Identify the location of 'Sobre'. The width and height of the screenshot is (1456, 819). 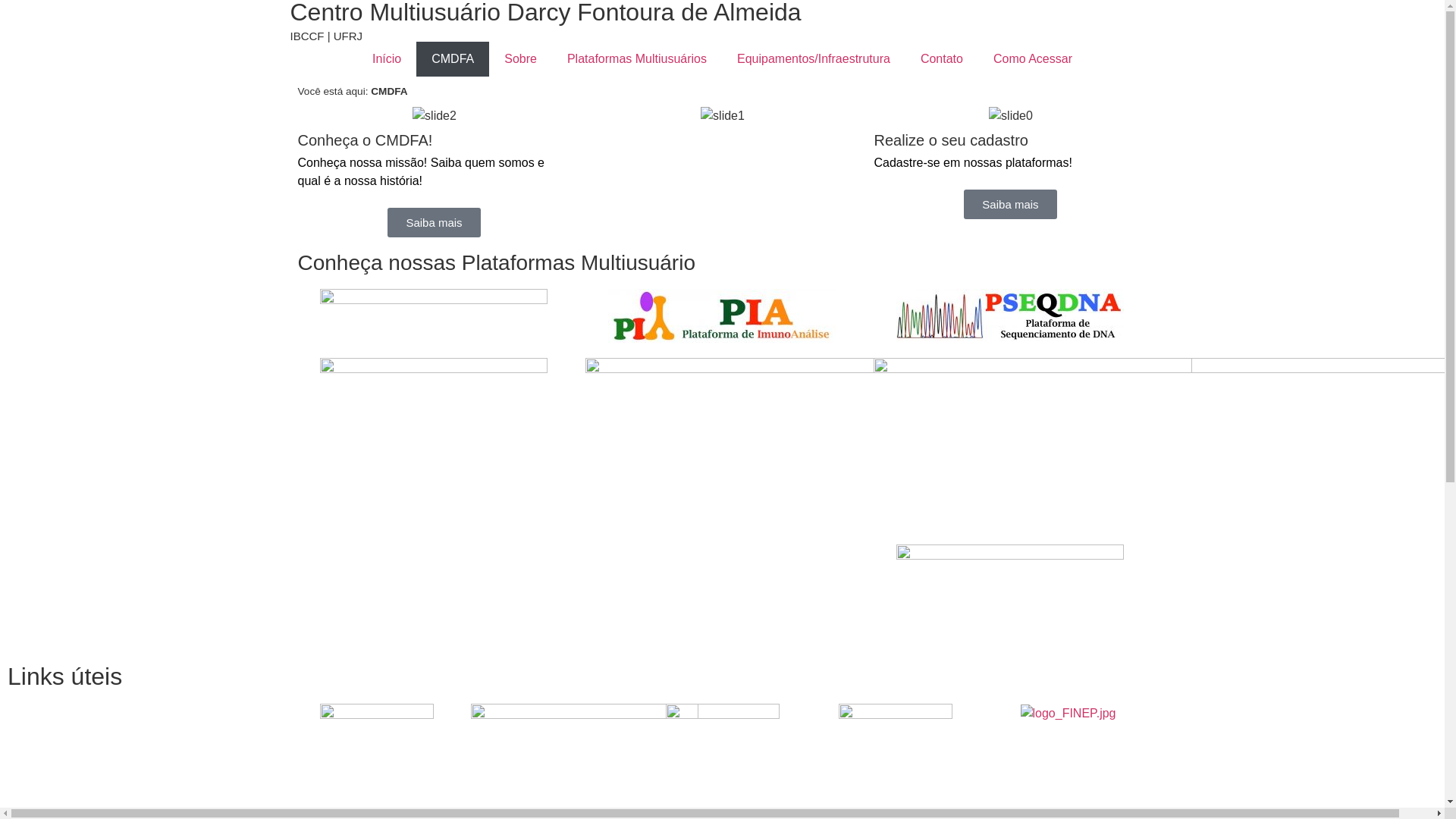
(488, 58).